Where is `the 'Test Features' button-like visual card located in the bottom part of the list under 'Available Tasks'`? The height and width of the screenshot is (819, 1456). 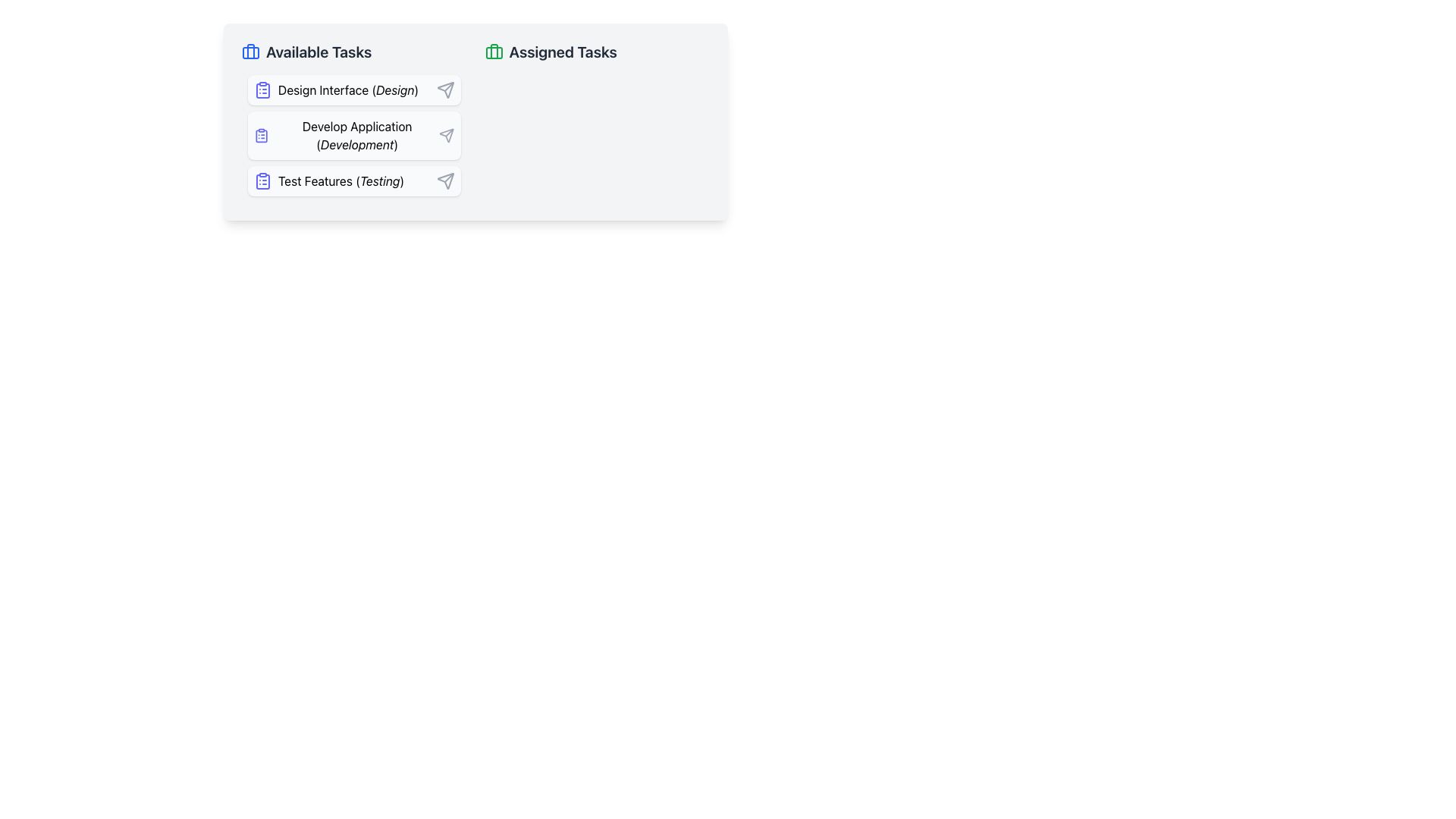
the 'Test Features' button-like visual card located in the bottom part of the list under 'Available Tasks' is located at coordinates (353, 180).